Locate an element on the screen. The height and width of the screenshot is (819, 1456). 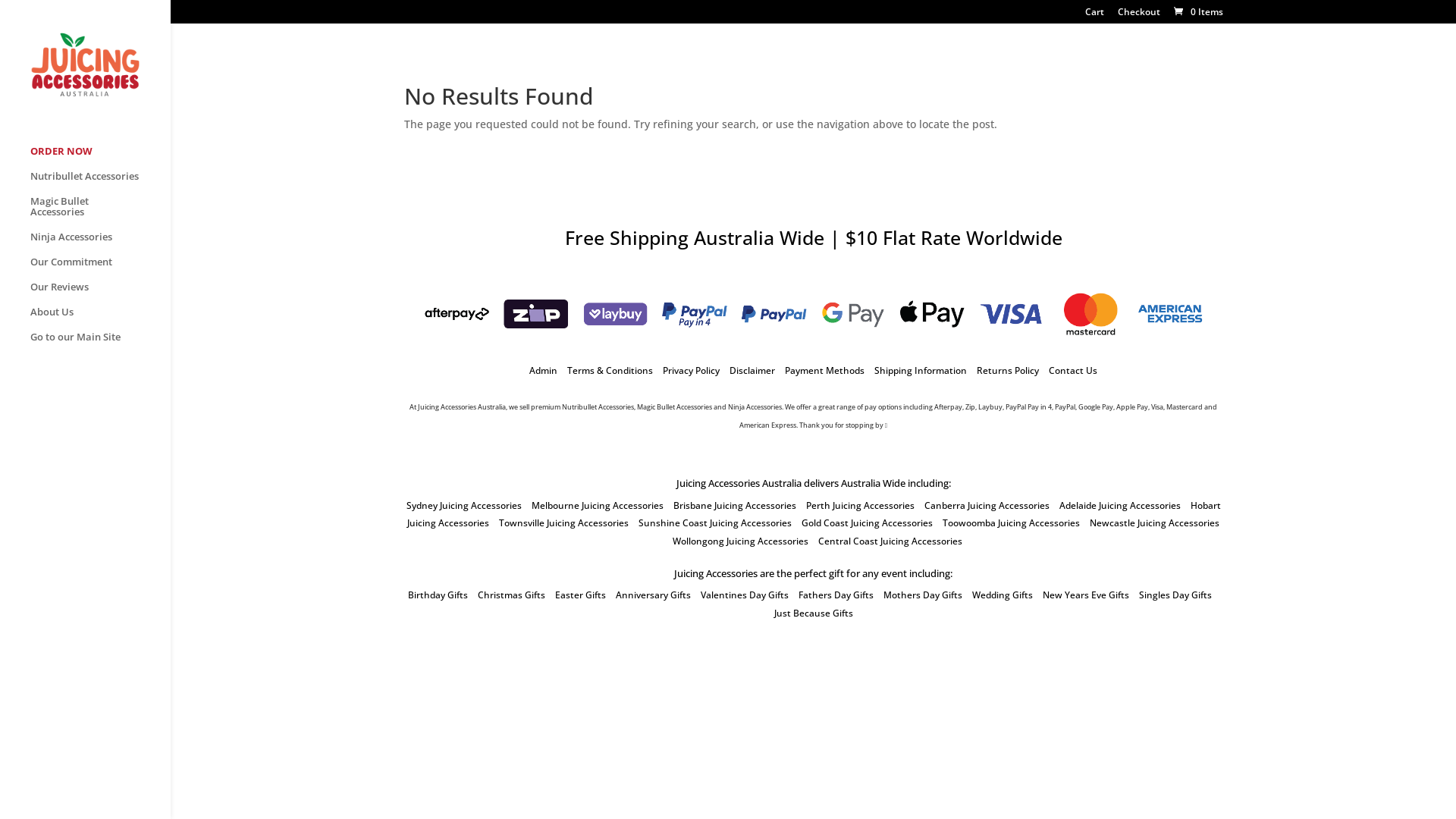
'Gold Coast Juicing Accessories' is located at coordinates (867, 522).